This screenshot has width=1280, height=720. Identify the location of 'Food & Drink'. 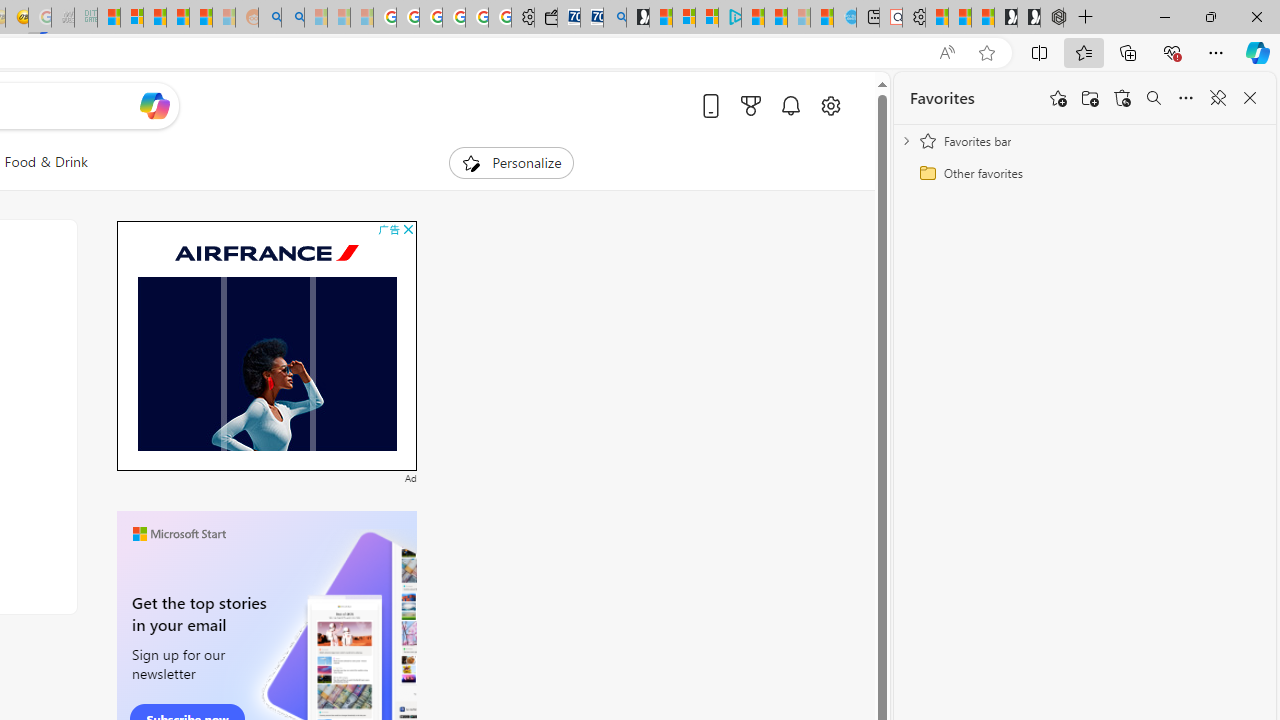
(46, 162).